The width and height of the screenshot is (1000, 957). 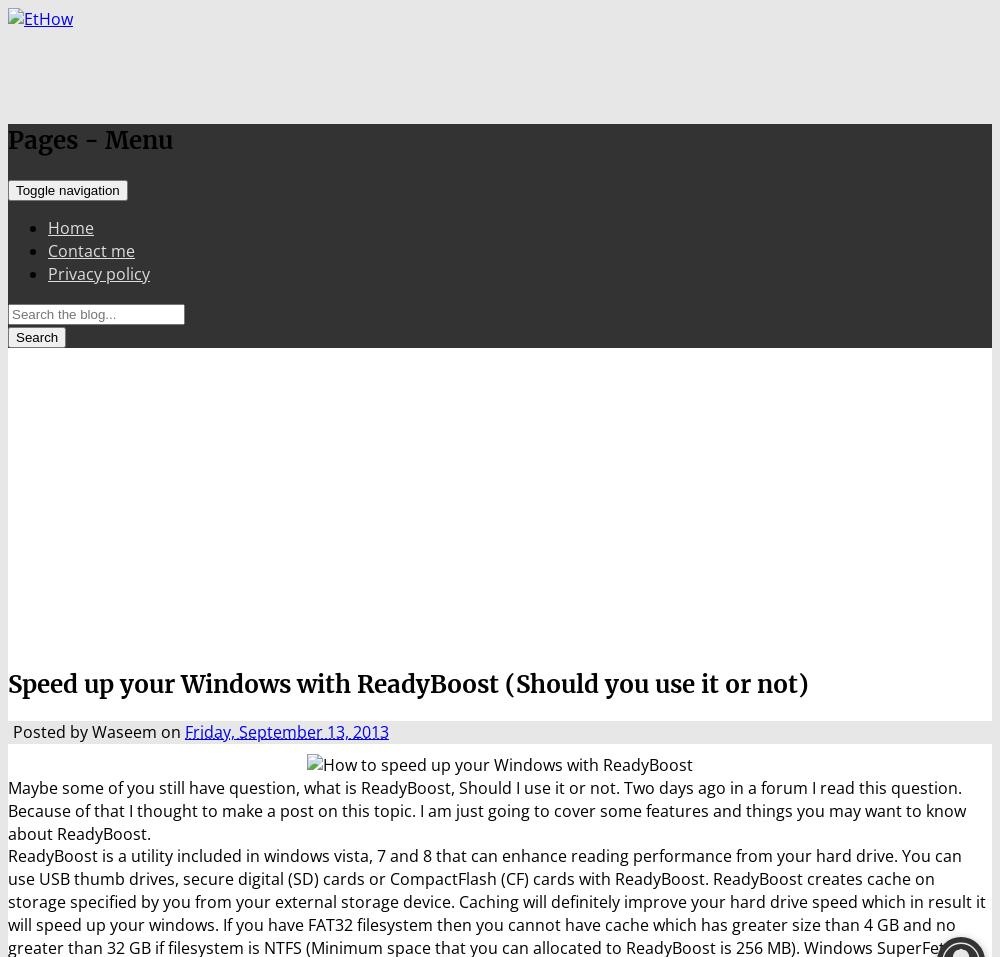 I want to click on 'Speed up your Windows with ReadyBoost (Should you use it or not)', so click(x=408, y=683).